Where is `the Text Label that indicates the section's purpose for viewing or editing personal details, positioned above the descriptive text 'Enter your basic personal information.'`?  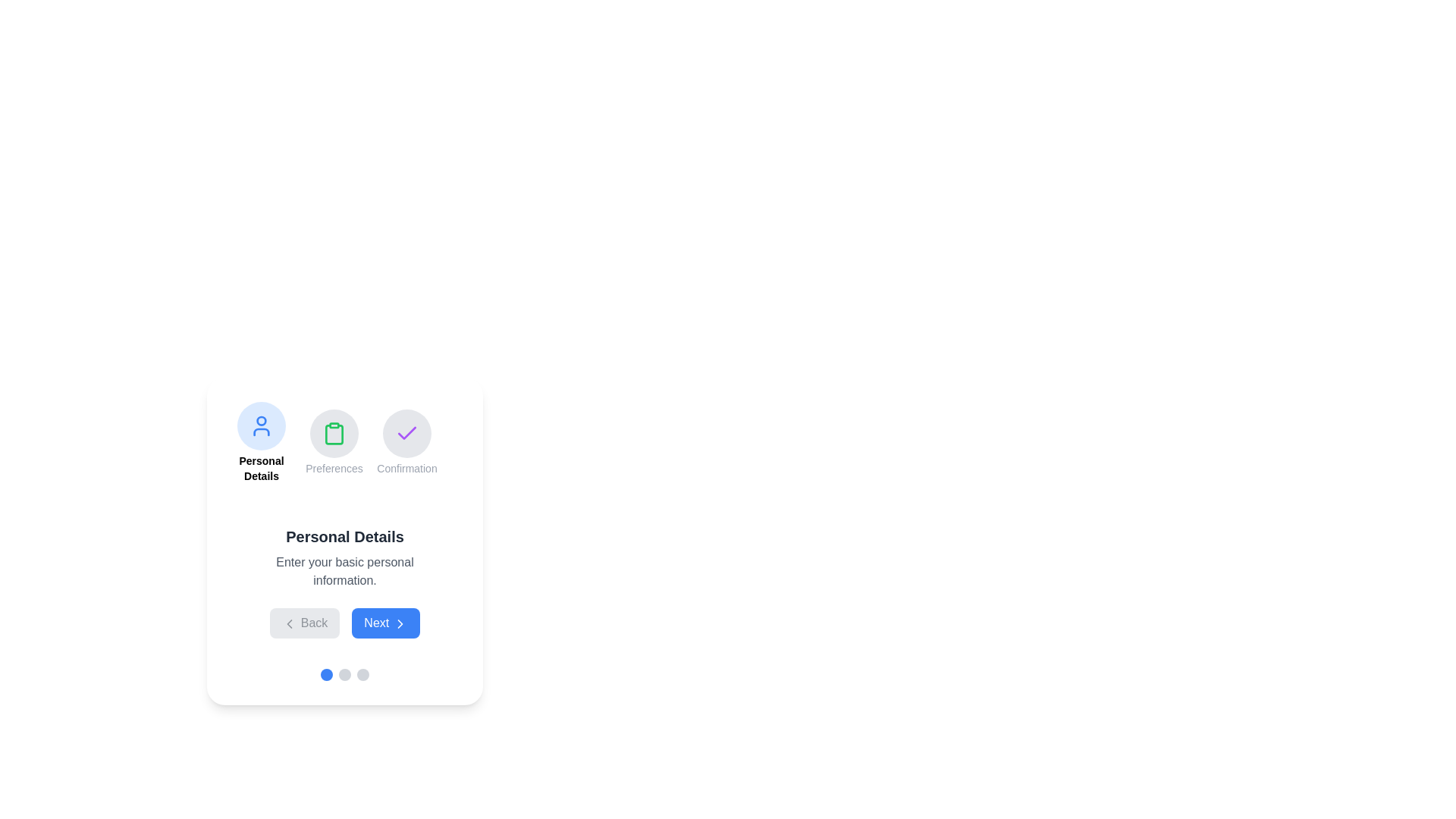 the Text Label that indicates the section's purpose for viewing or editing personal details, positioned above the descriptive text 'Enter your basic personal information.' is located at coordinates (344, 536).